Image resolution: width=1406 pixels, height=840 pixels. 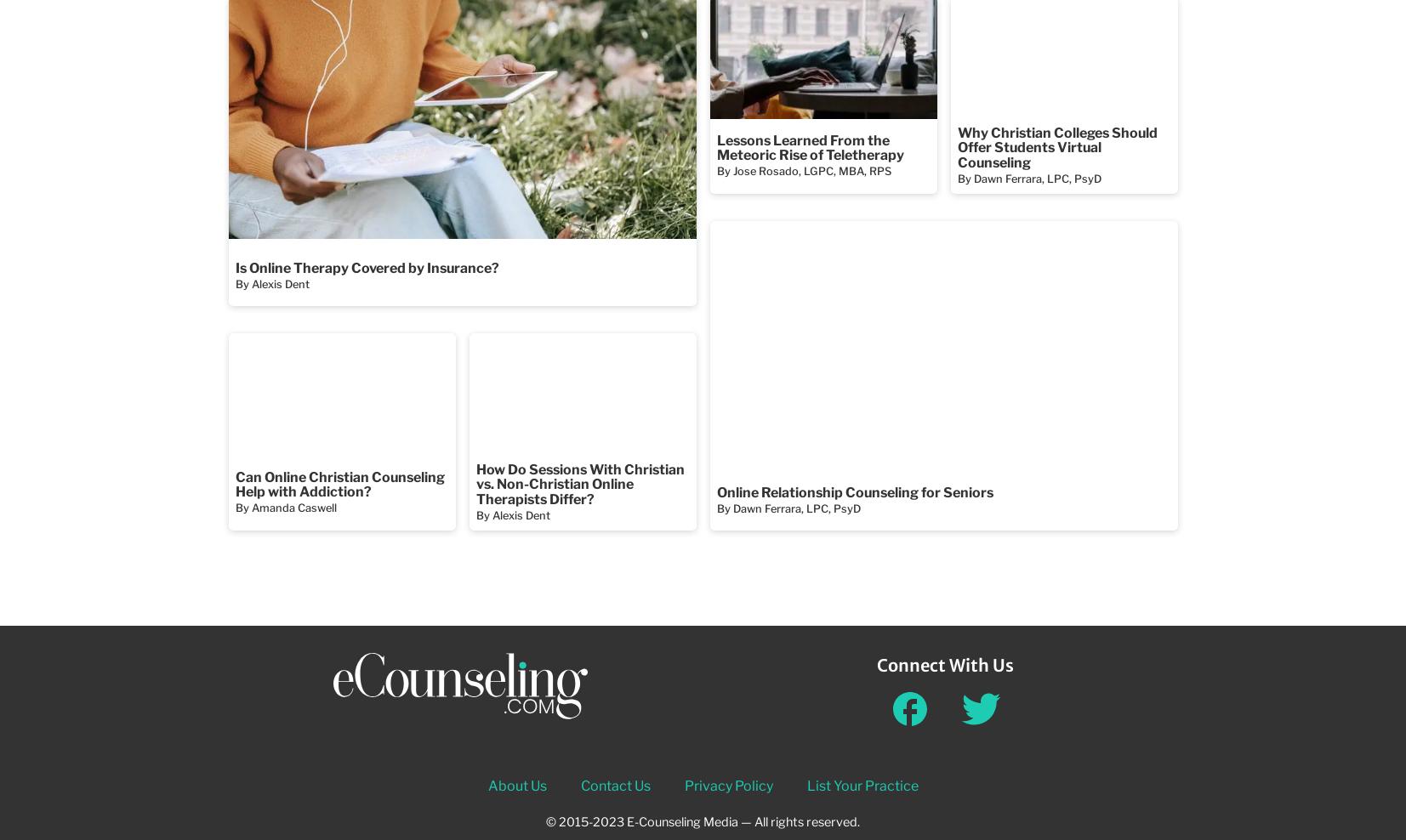 What do you see at coordinates (854, 492) in the screenshot?
I see `'Online Relationship Counseling for Seniors'` at bounding box center [854, 492].